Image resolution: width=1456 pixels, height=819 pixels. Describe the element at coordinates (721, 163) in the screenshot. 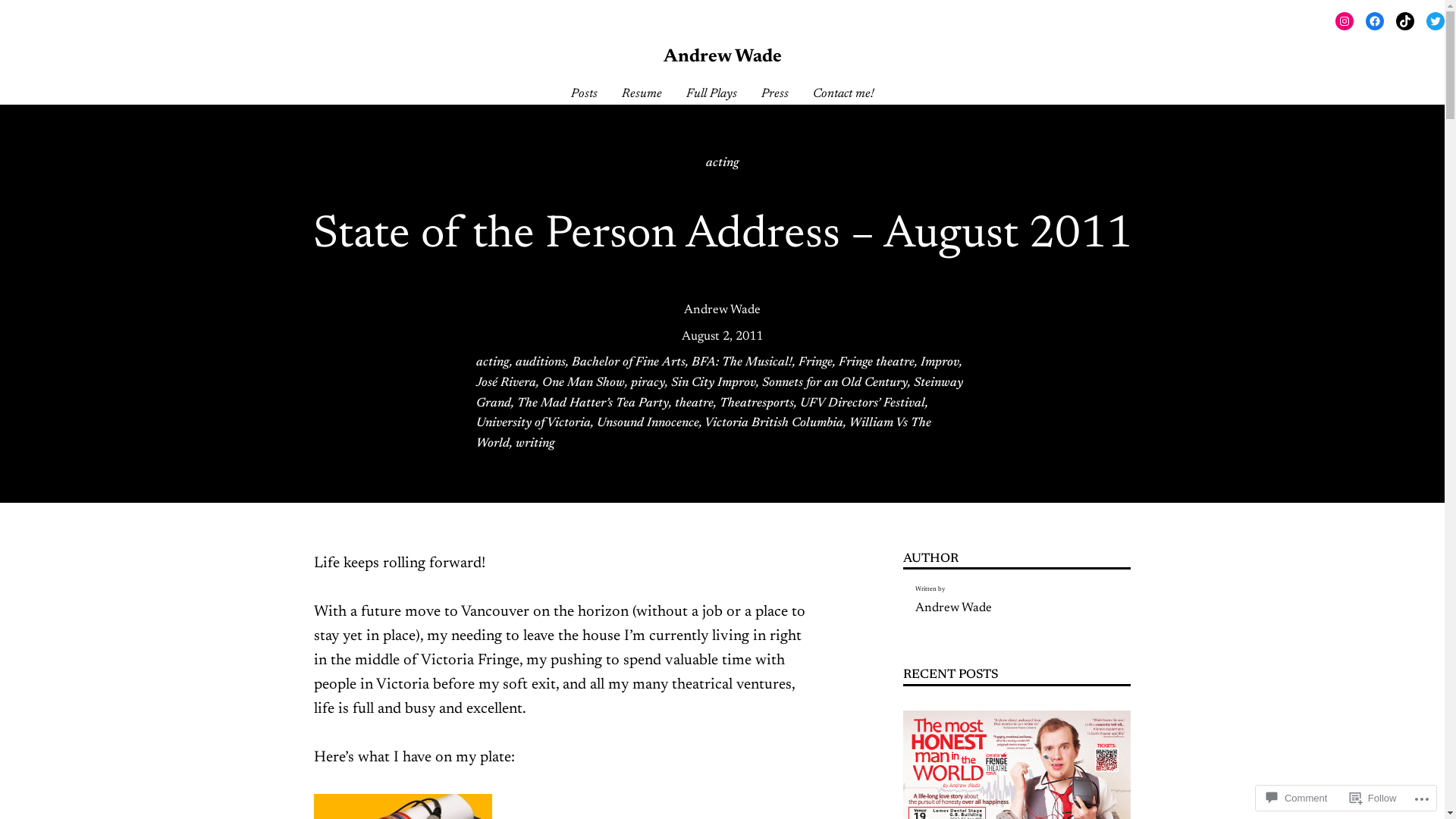

I see `'acting'` at that location.